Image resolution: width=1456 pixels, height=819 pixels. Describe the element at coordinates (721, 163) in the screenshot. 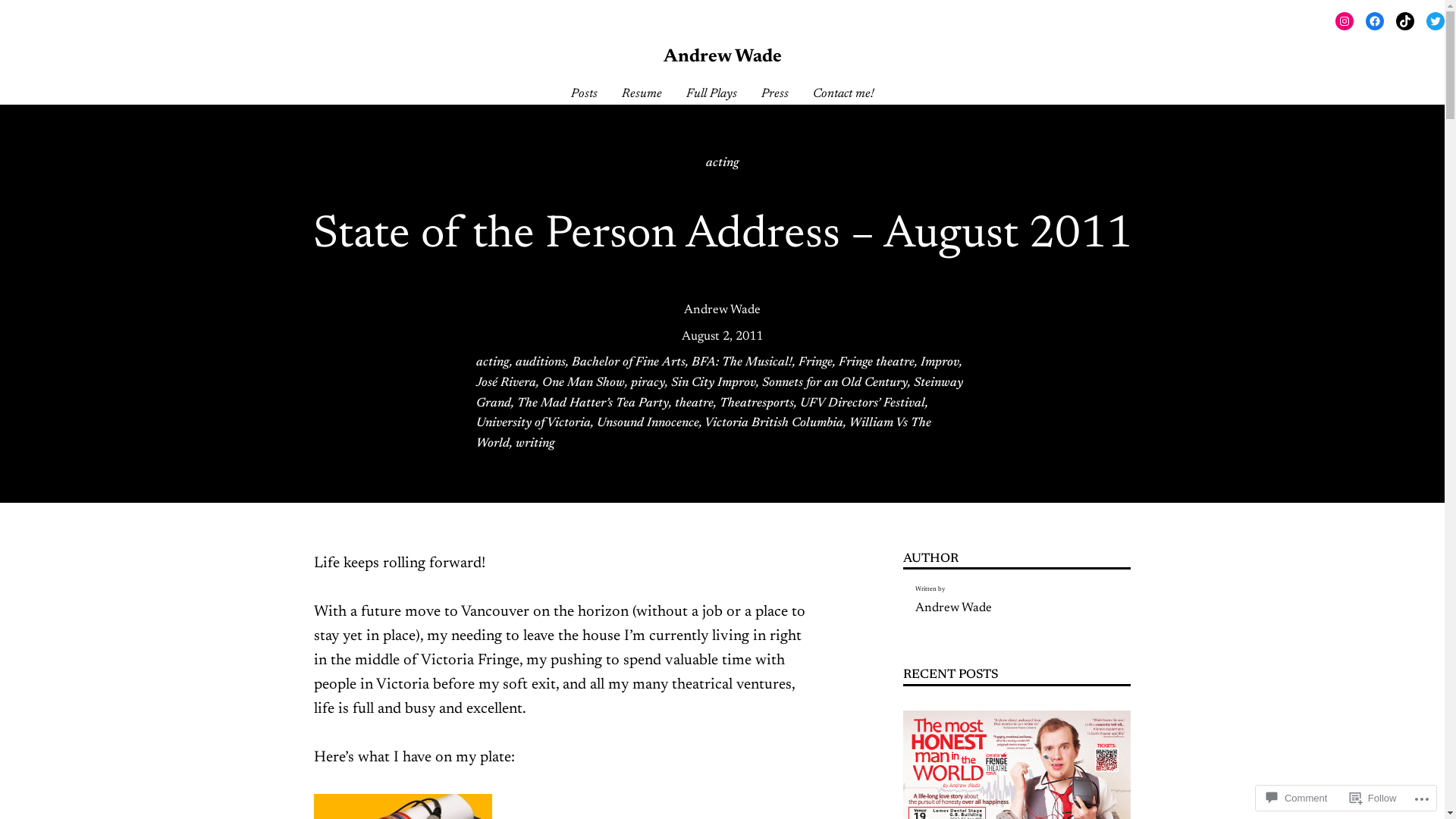

I see `'acting'` at that location.